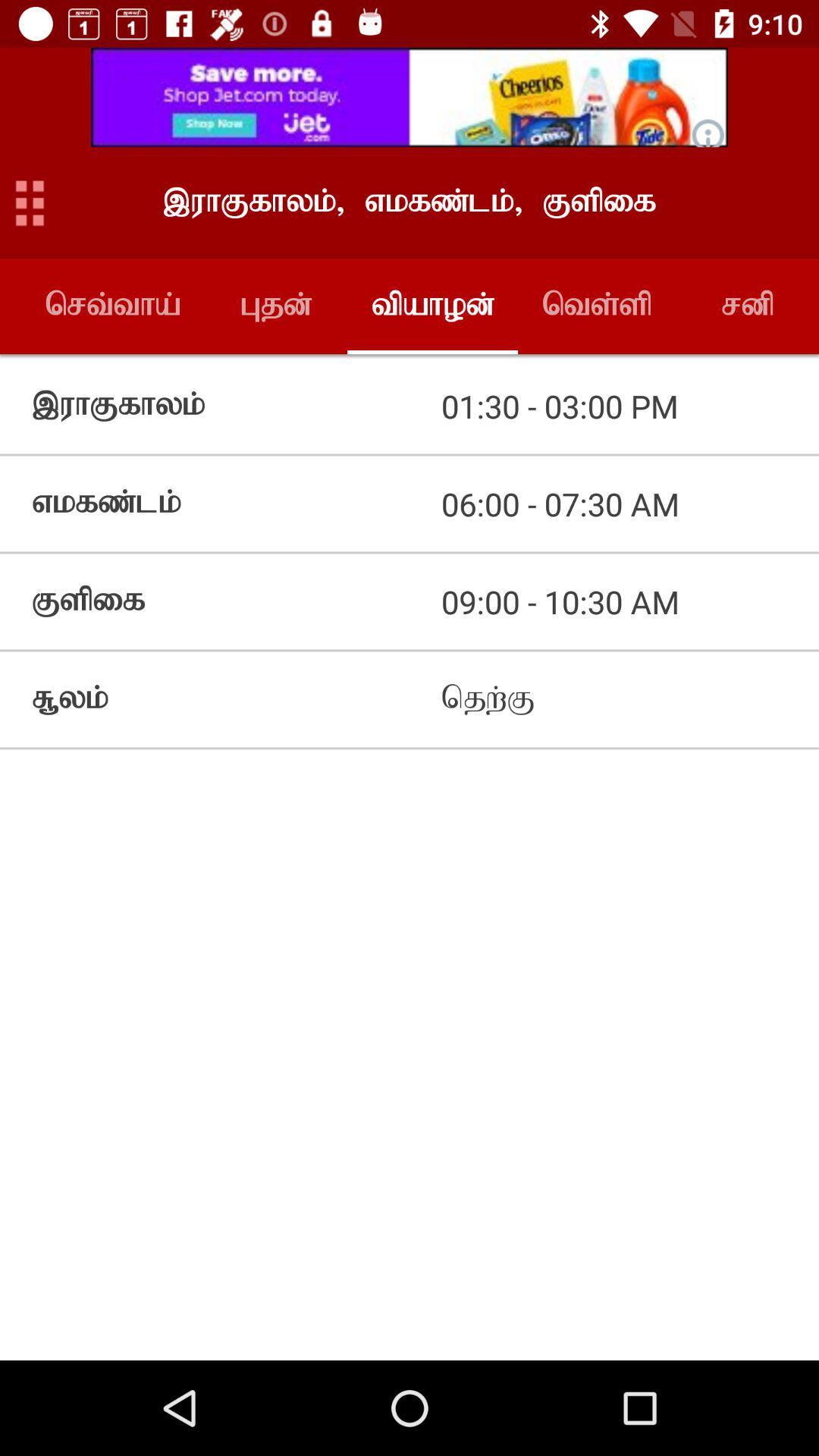 The width and height of the screenshot is (819, 1456). I want to click on om tamil calendar-view button, so click(30, 202).